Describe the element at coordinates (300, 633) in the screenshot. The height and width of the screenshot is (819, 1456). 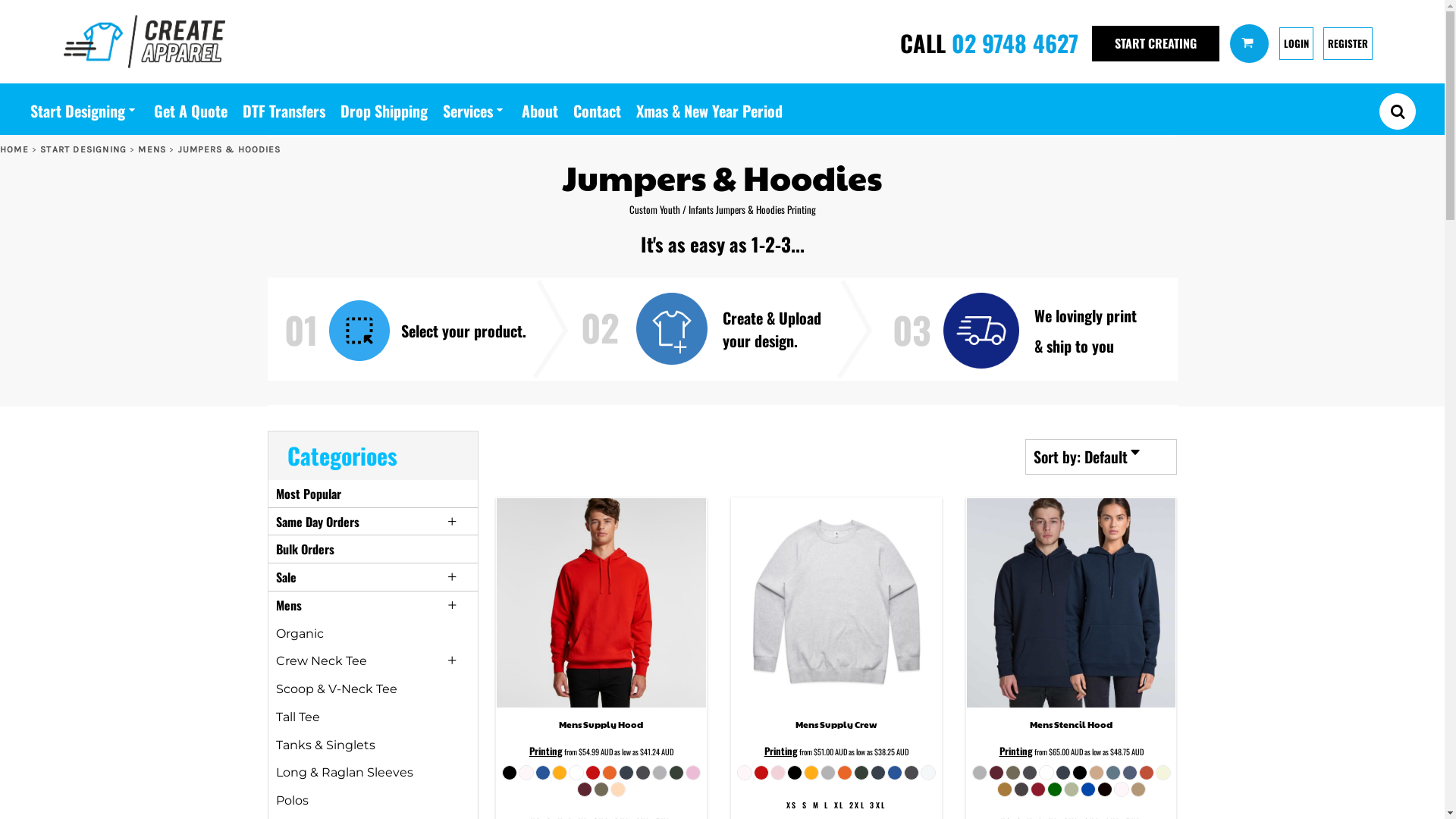
I see `'Organic'` at that location.